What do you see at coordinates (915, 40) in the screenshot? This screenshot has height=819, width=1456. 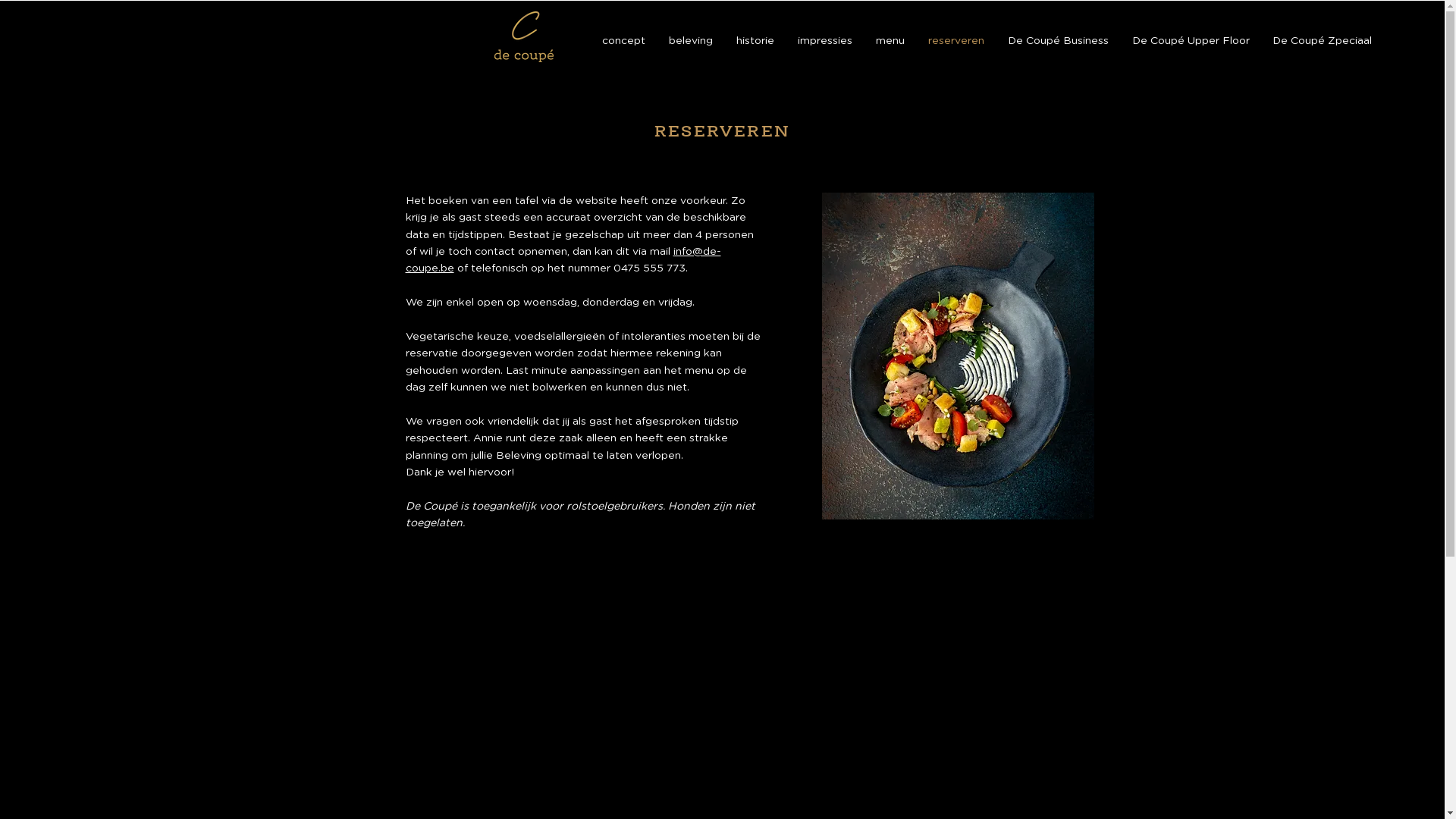 I see `'reserveren'` at bounding box center [915, 40].